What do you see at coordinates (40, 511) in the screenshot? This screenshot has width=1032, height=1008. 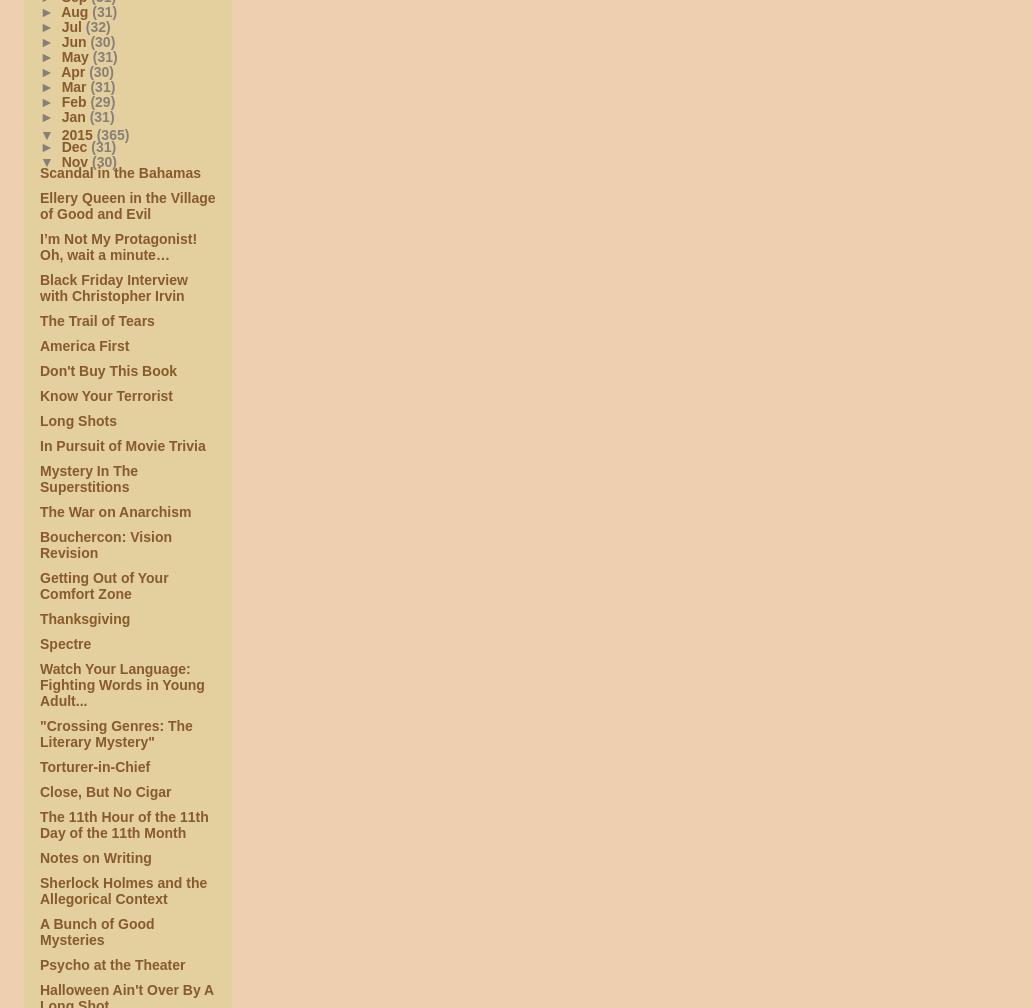 I see `'The War on Anarchism'` at bounding box center [40, 511].